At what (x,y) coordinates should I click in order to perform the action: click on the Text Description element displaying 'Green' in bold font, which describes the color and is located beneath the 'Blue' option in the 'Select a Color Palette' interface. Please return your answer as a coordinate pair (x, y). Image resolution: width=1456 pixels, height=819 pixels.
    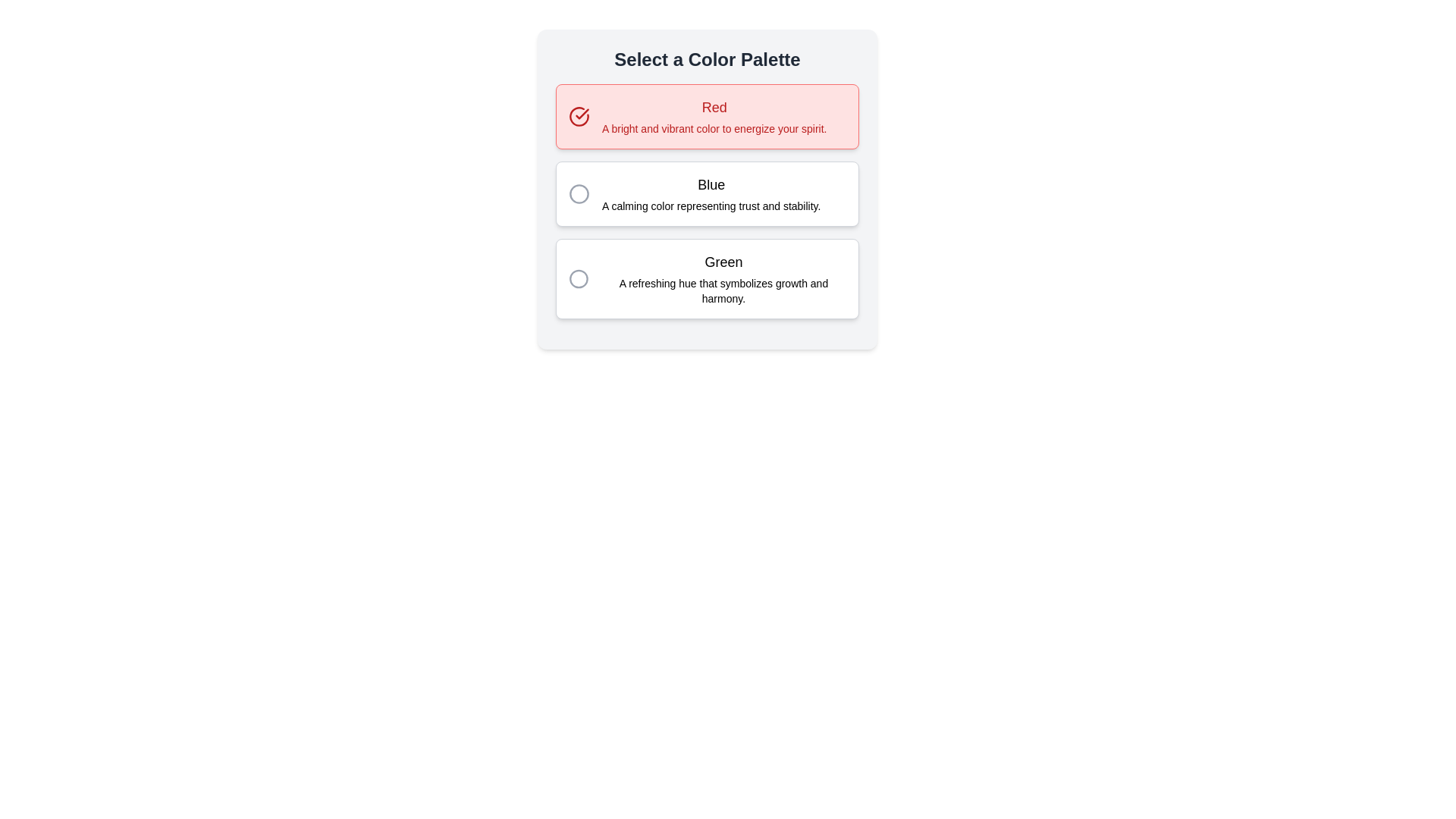
    Looking at the image, I should click on (723, 278).